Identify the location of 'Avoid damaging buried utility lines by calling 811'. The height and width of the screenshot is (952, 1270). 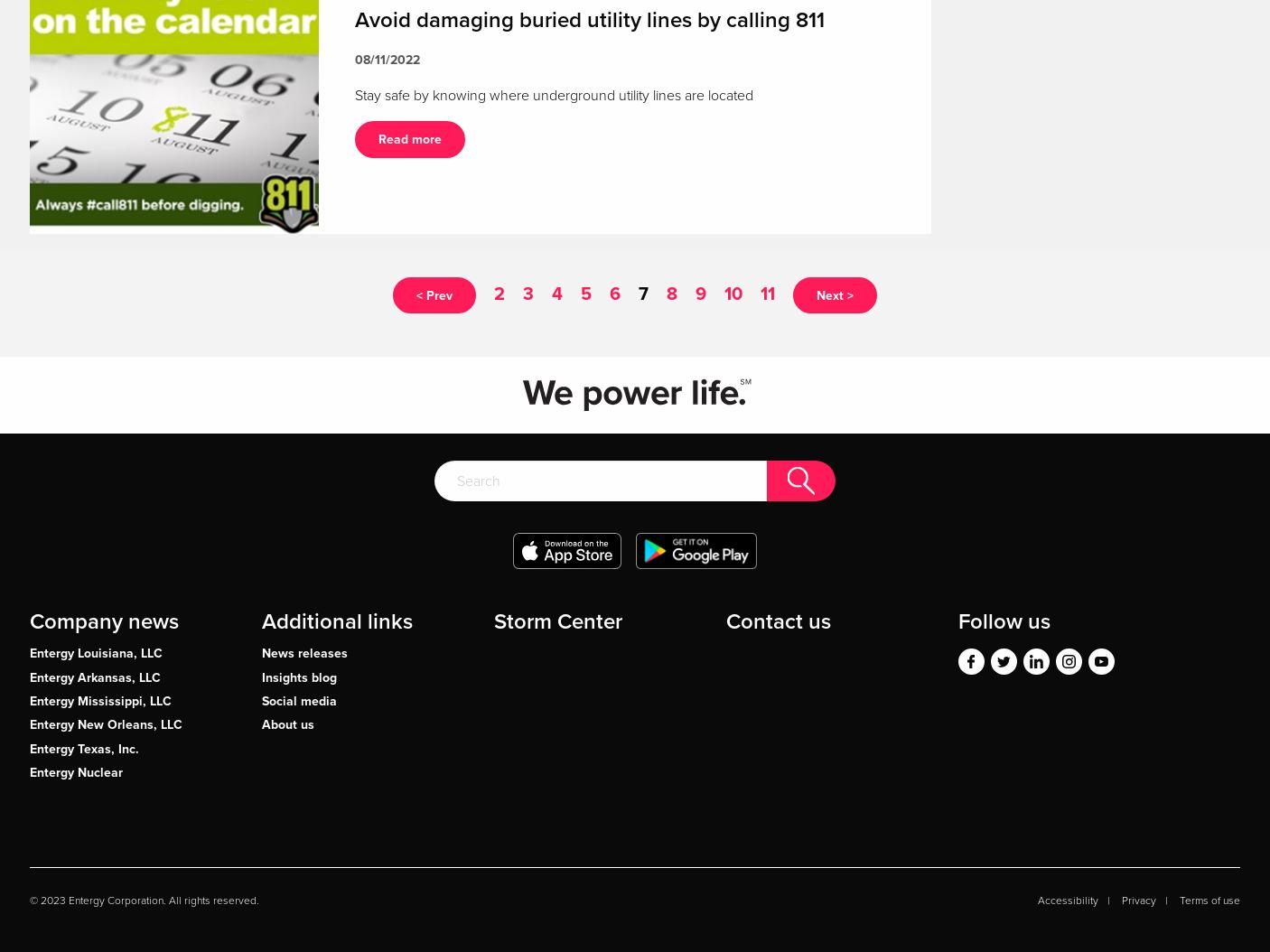
(589, 18).